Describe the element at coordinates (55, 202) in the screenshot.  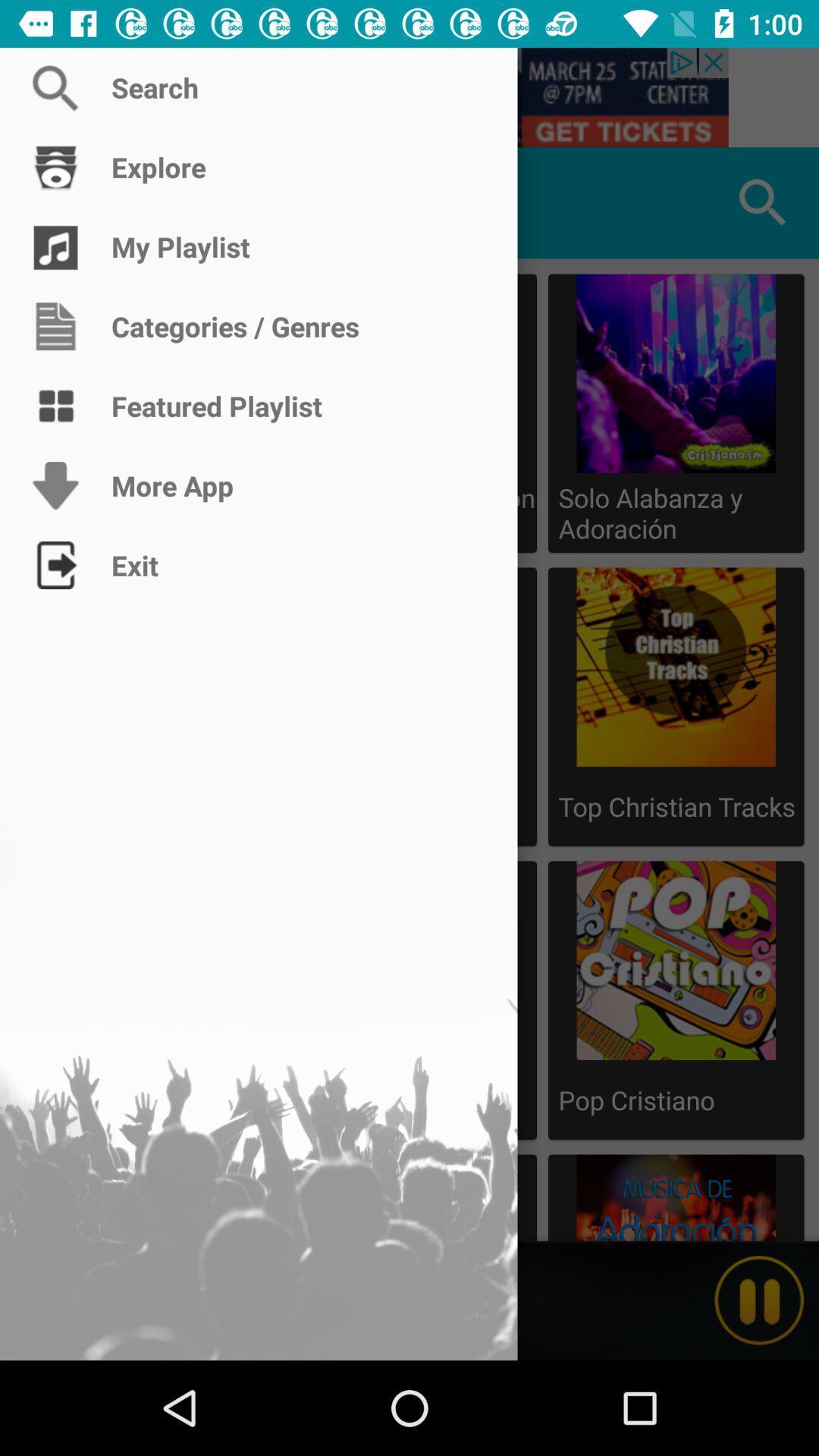
I see `explore songs` at that location.